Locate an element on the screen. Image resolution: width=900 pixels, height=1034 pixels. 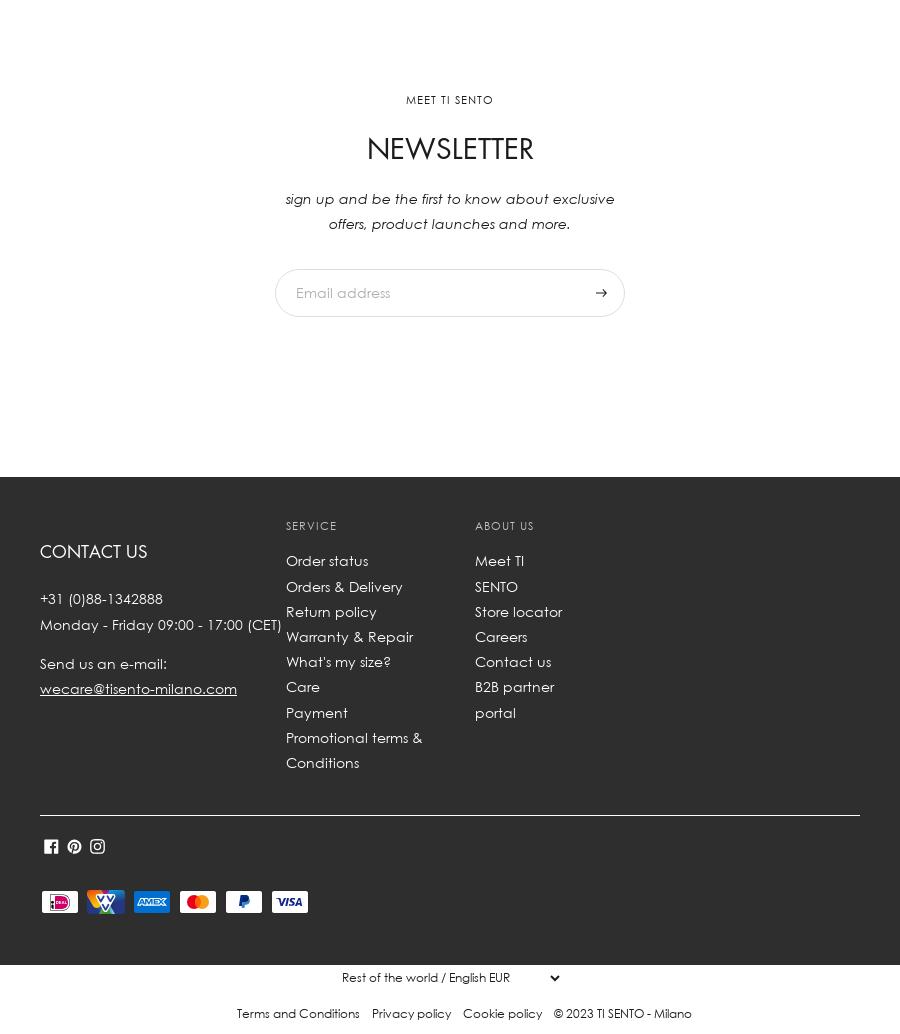
'Email address' is located at coordinates (332, 266).